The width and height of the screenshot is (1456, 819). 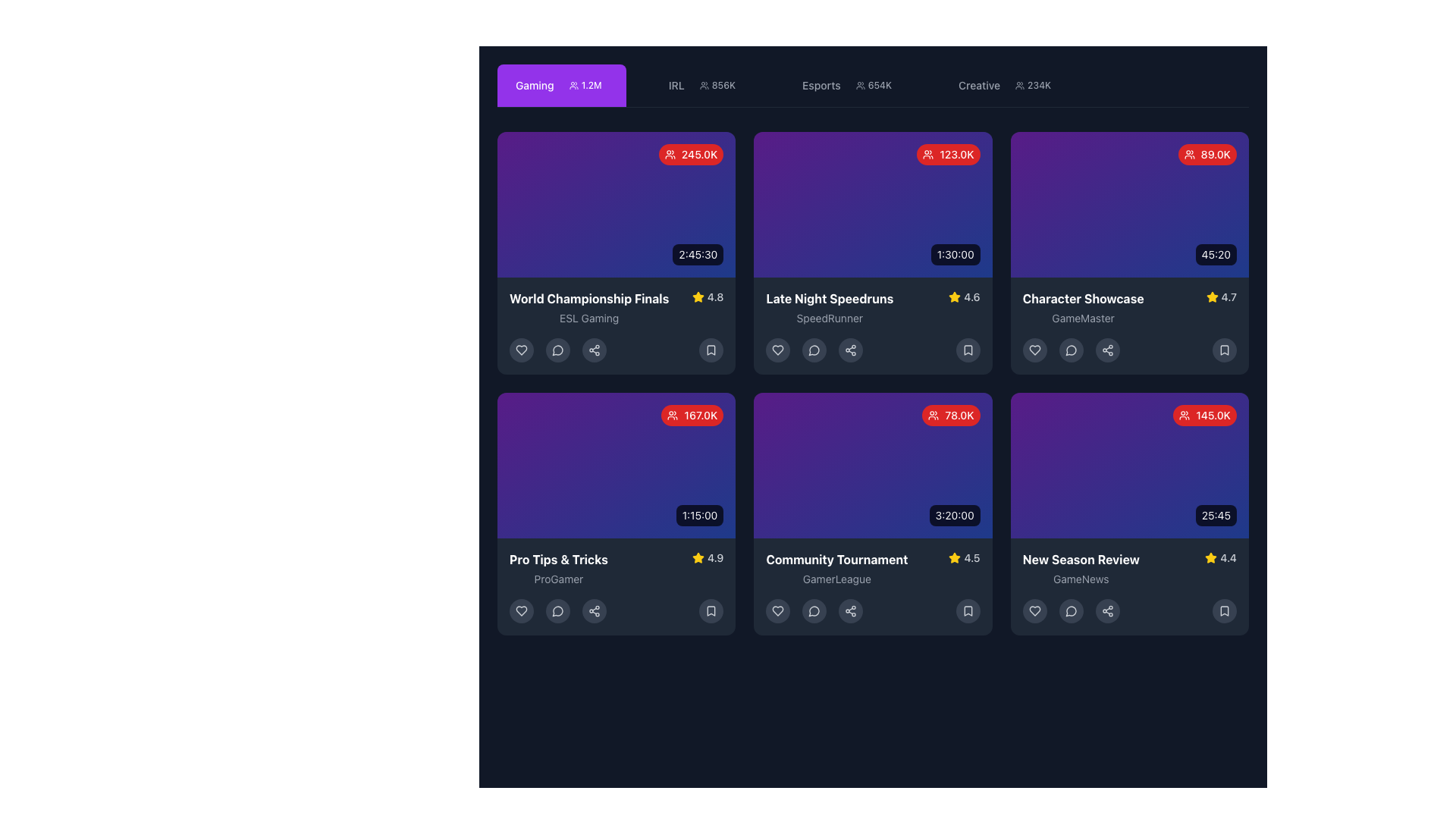 What do you see at coordinates (697, 253) in the screenshot?
I see `the black rectangular label displaying '2:45:30' located at the bottom-right corner of the first card in a grid of six cards` at bounding box center [697, 253].